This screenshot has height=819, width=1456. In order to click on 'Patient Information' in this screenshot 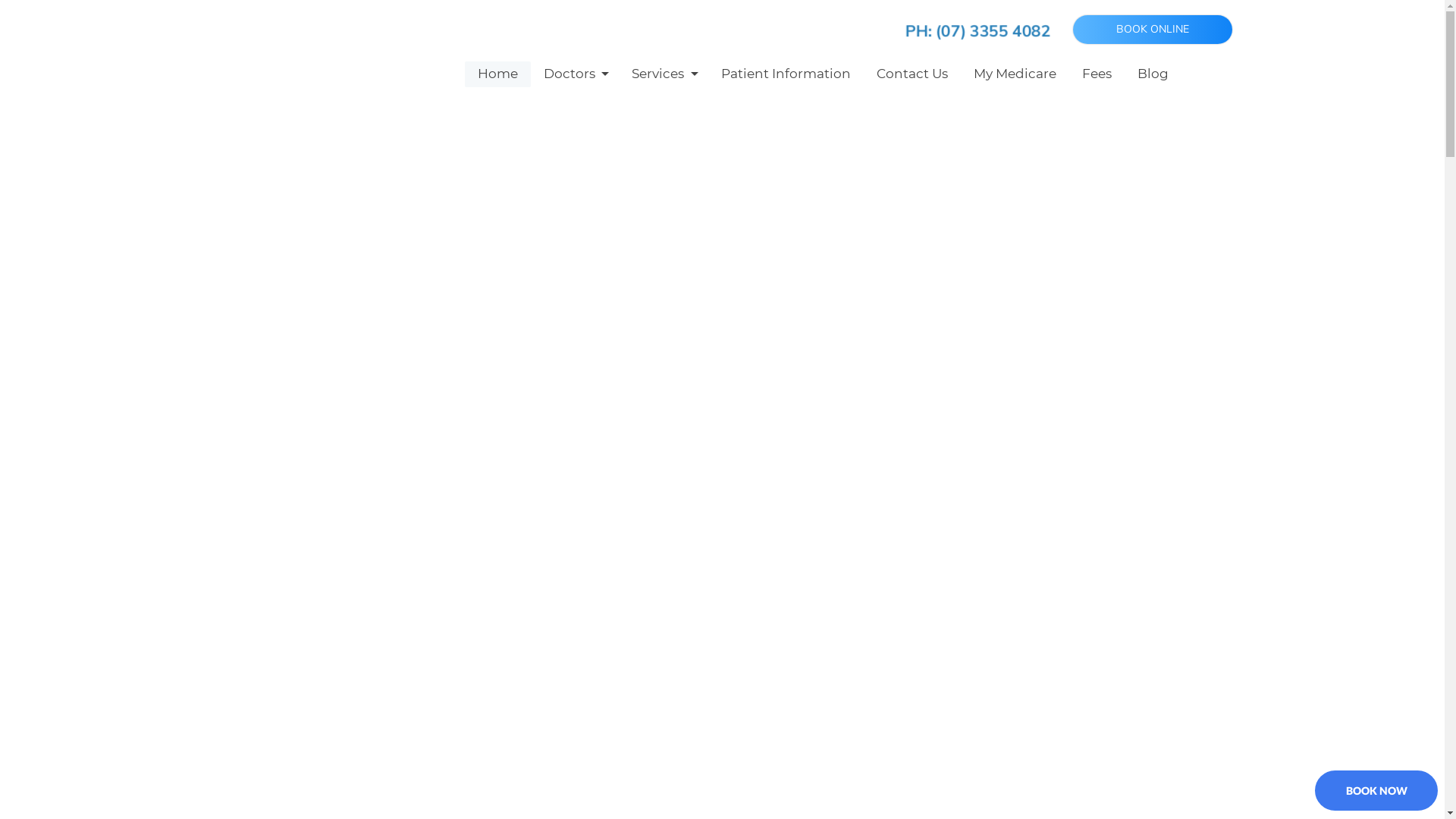, I will do `click(786, 74)`.